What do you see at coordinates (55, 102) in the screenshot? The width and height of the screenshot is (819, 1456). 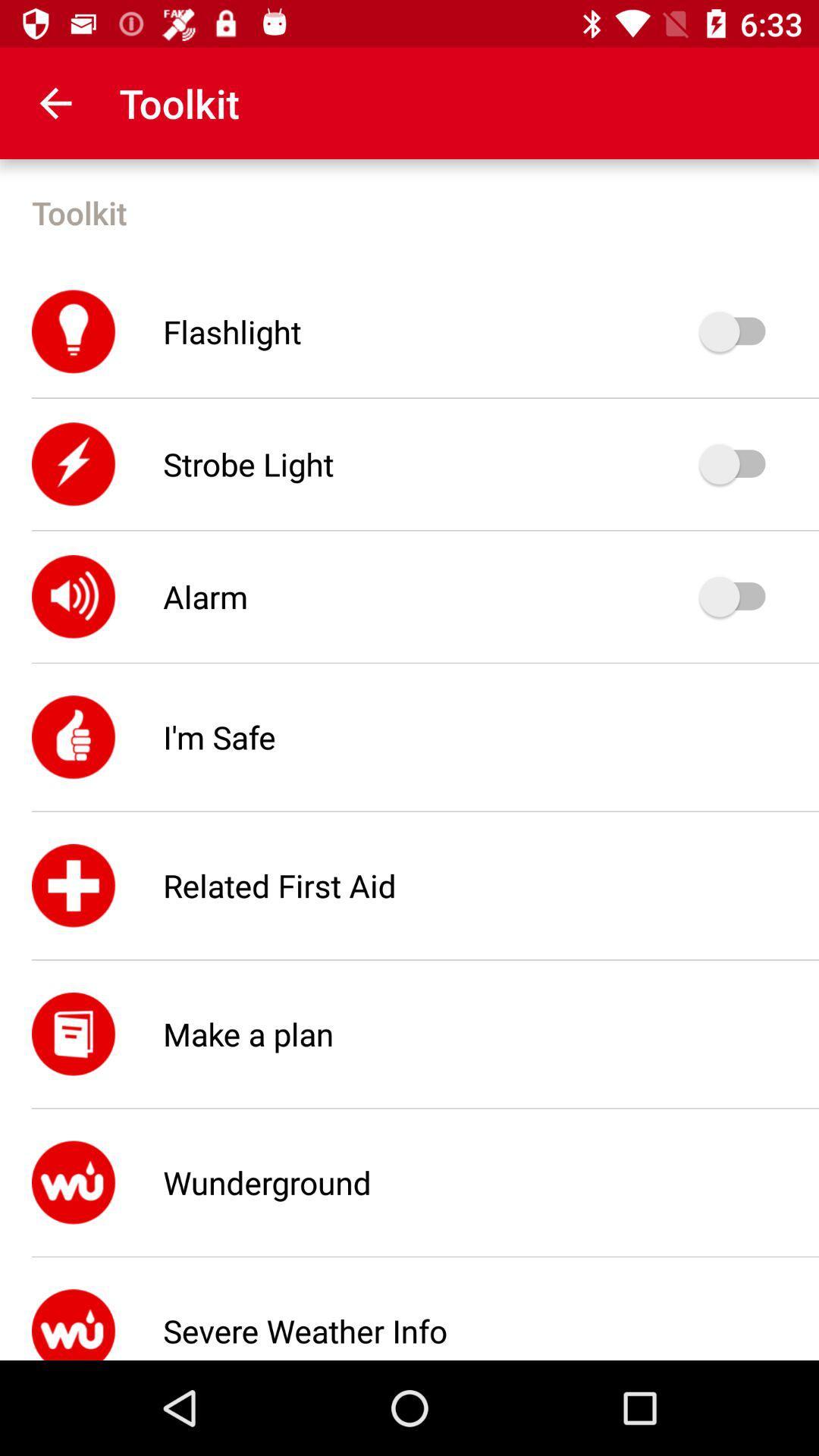 I see `the icon above the toolkit icon` at bounding box center [55, 102].